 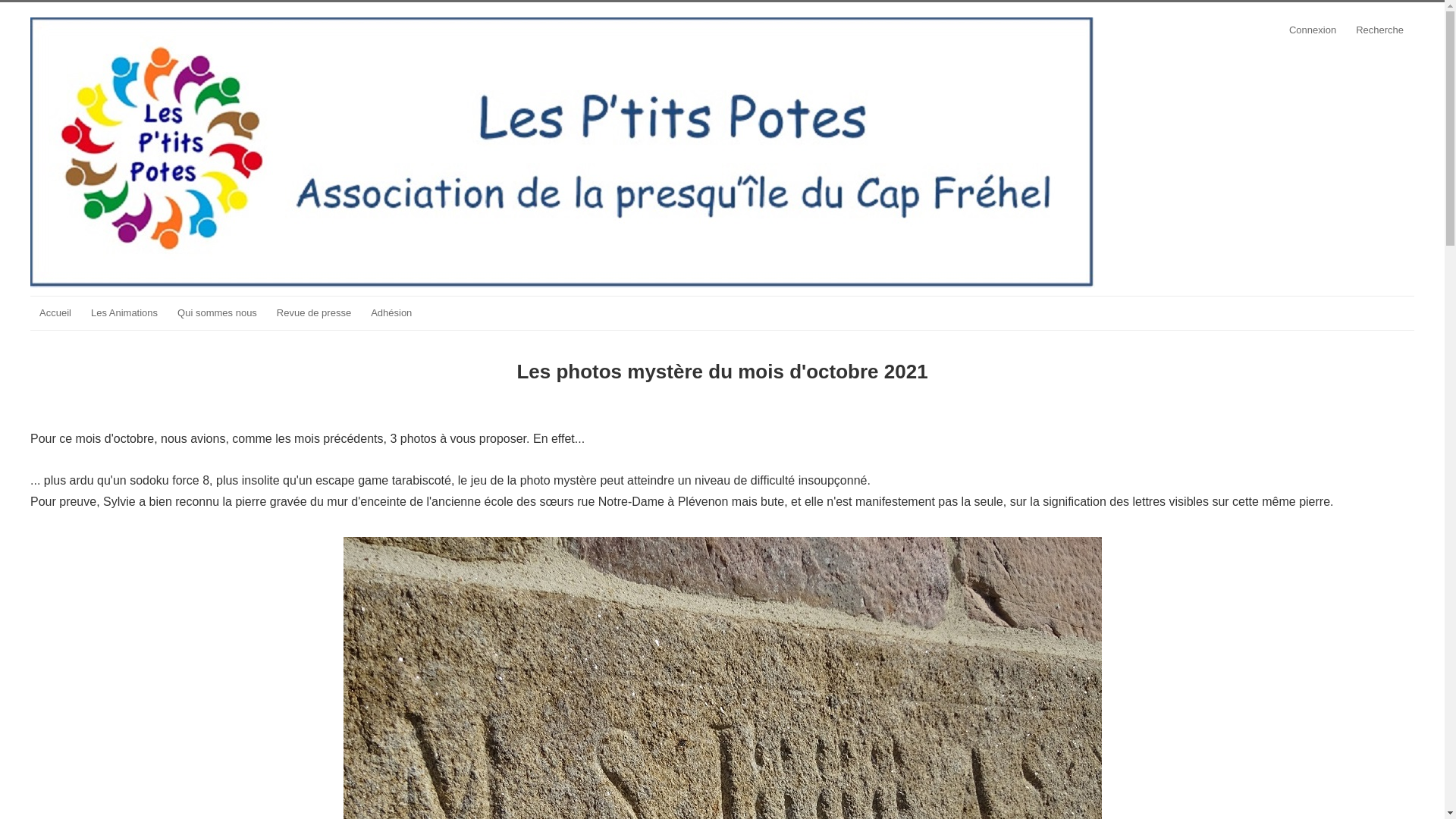 I want to click on 'Connexion', so click(x=1312, y=30).